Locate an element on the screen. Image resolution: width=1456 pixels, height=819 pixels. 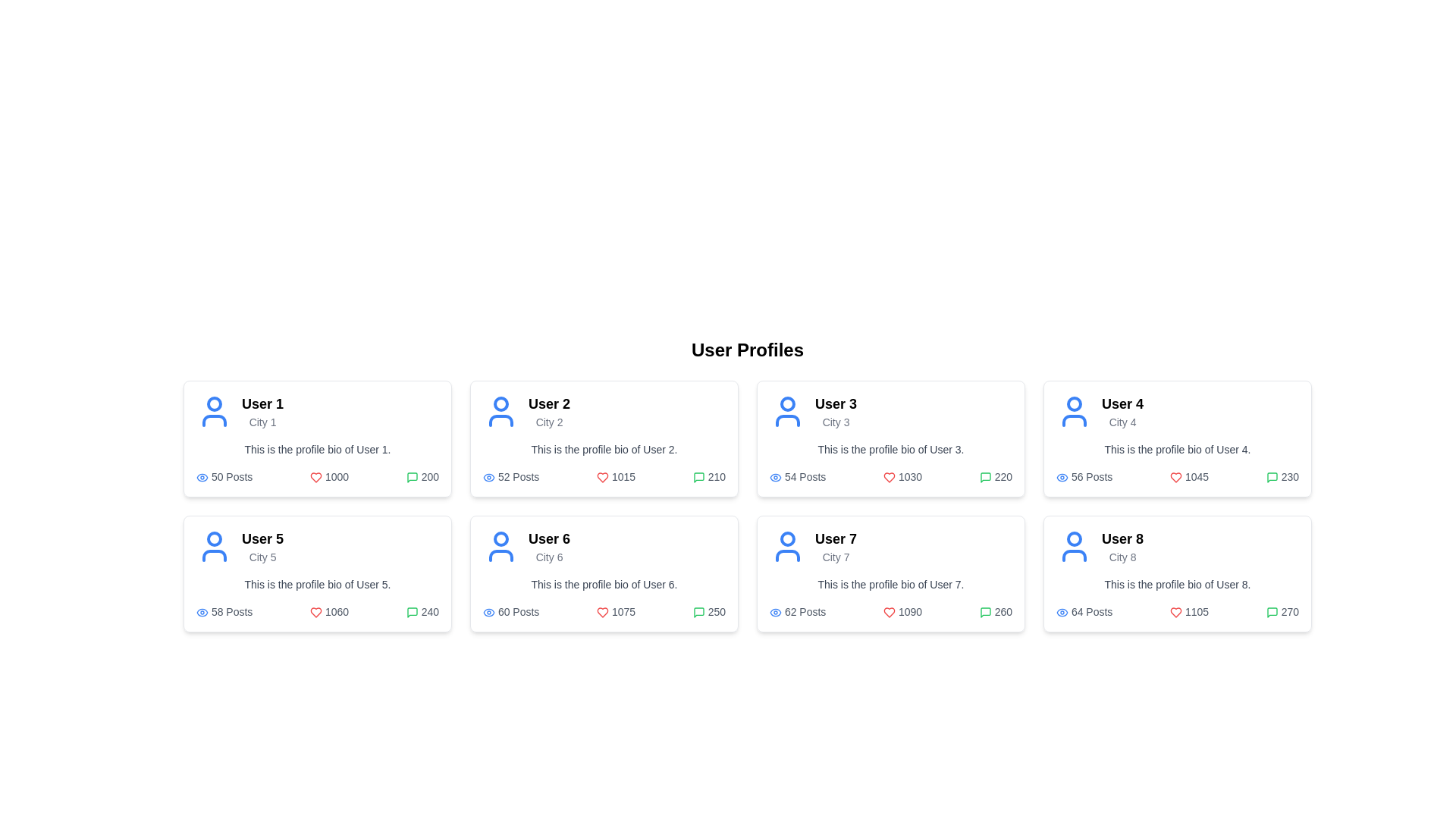
the text label displaying 'User 2', which is a bold, large font heading positioned above 'City 2' in the second card of the top row is located at coordinates (548, 403).